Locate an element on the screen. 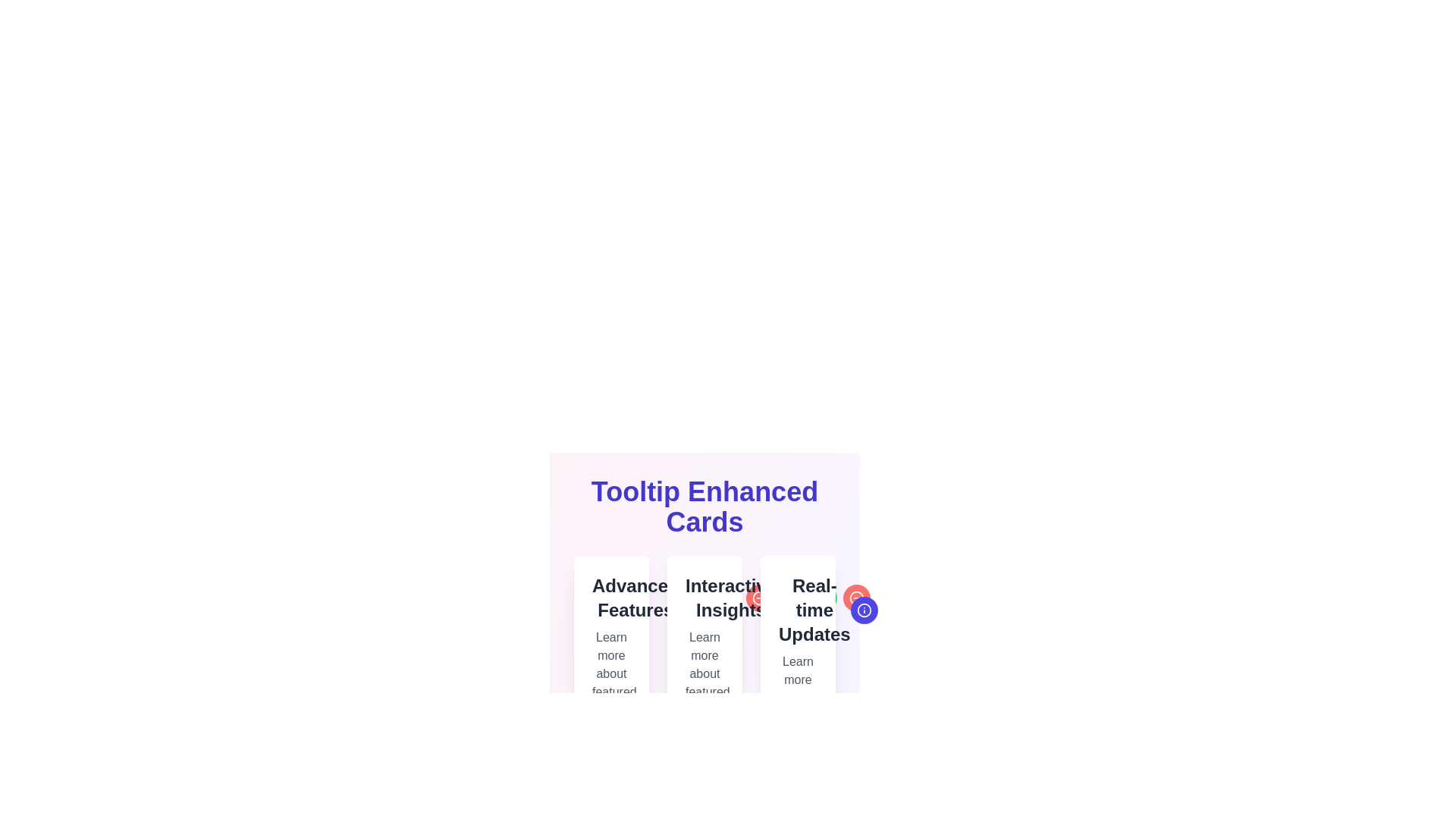 The height and width of the screenshot is (819, 1456). the title of the third card in the 'Tooltip Enhanced Cards' section, which indicates the purpose or topic of the card's content is located at coordinates (797, 610).